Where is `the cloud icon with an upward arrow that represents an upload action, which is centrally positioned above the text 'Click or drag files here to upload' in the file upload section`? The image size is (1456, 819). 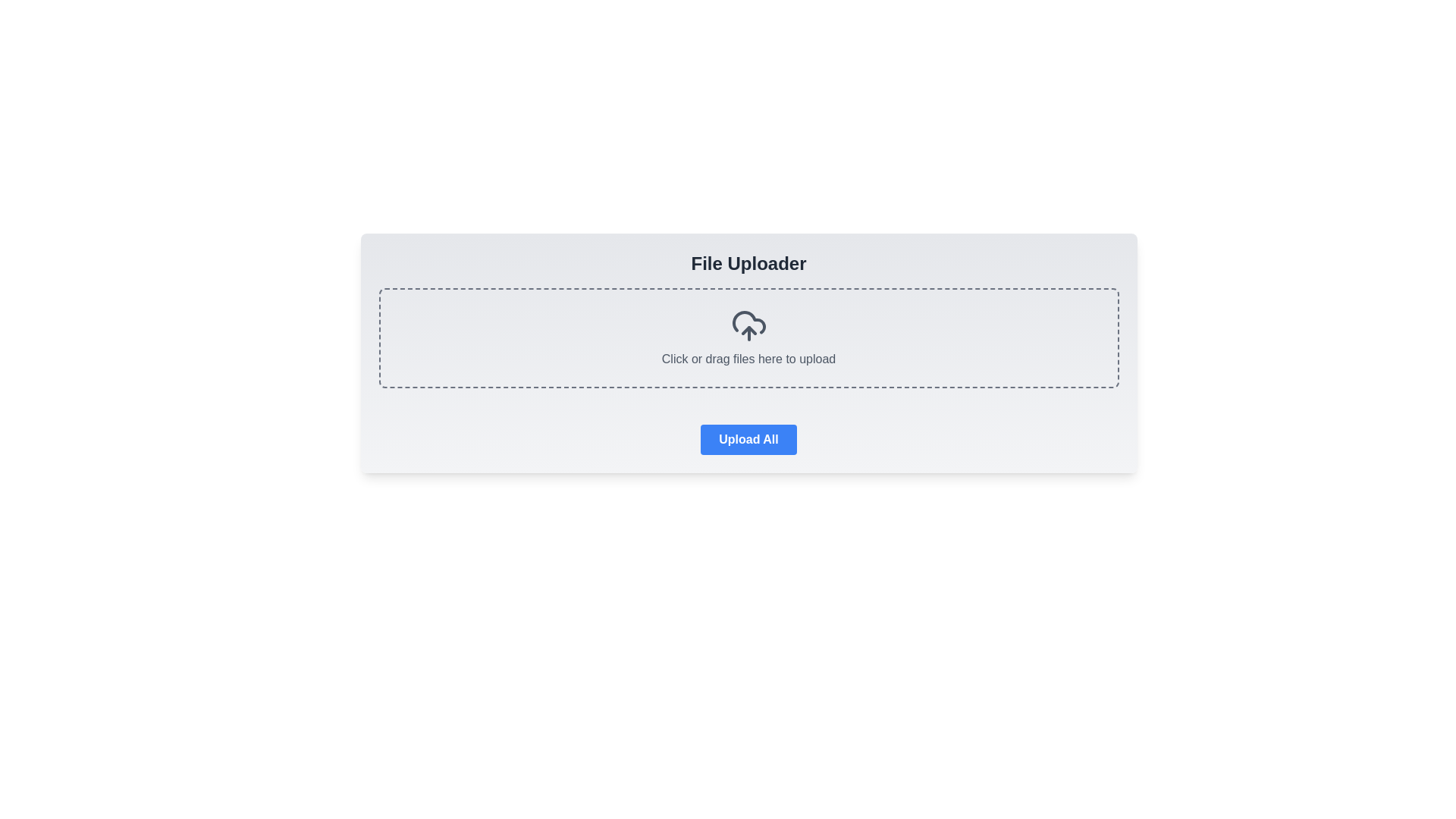
the cloud icon with an upward arrow that represents an upload action, which is centrally positioned above the text 'Click or drag files here to upload' in the file upload section is located at coordinates (748, 325).